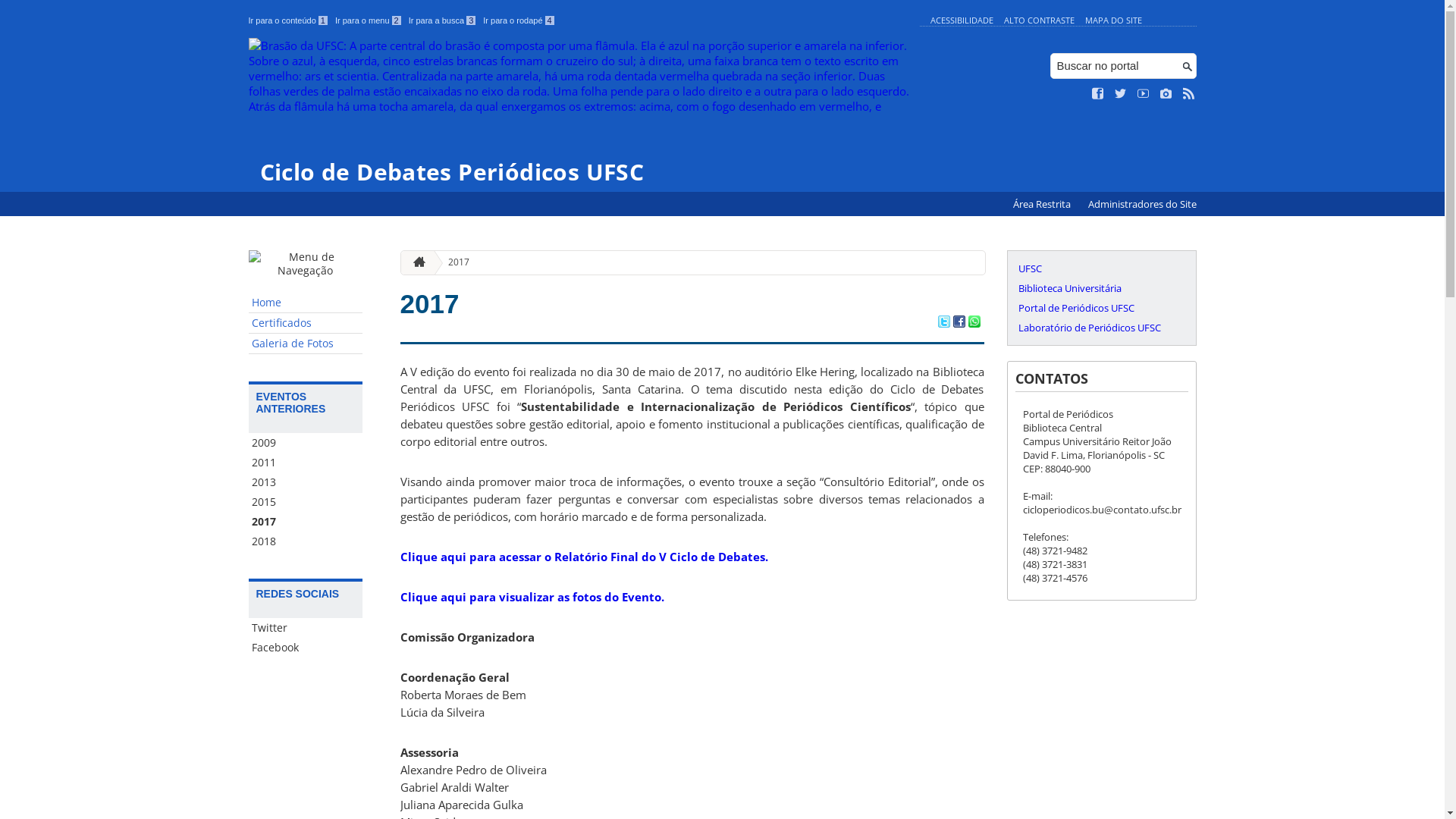 Image resolution: width=1456 pixels, height=819 pixels. What do you see at coordinates (532, 595) in the screenshot?
I see `'Clique aqui para visualizar as fotos do Evento.'` at bounding box center [532, 595].